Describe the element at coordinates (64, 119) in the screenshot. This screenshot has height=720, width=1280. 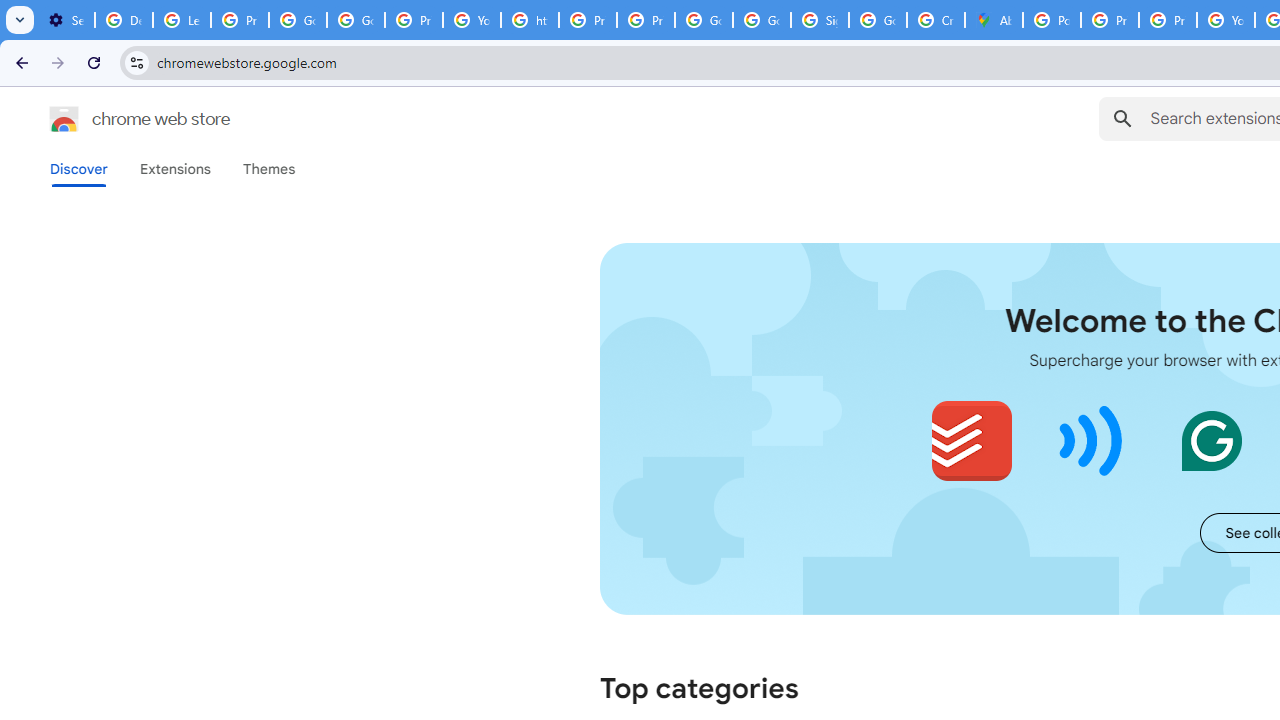
I see `'Chrome Web Store logo'` at that location.